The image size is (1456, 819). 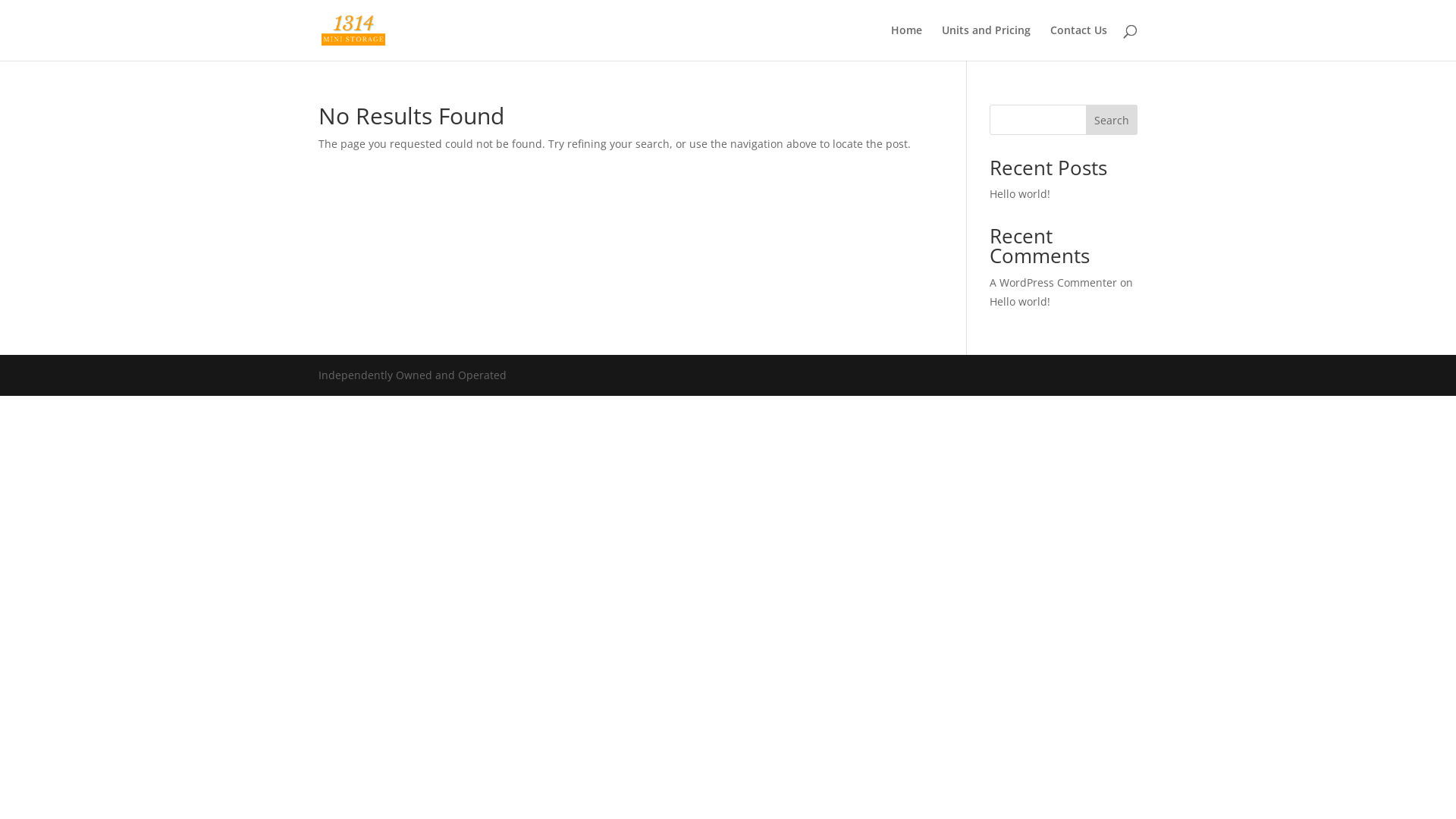 I want to click on 'A WordPress Commenter', so click(x=1052, y=282).